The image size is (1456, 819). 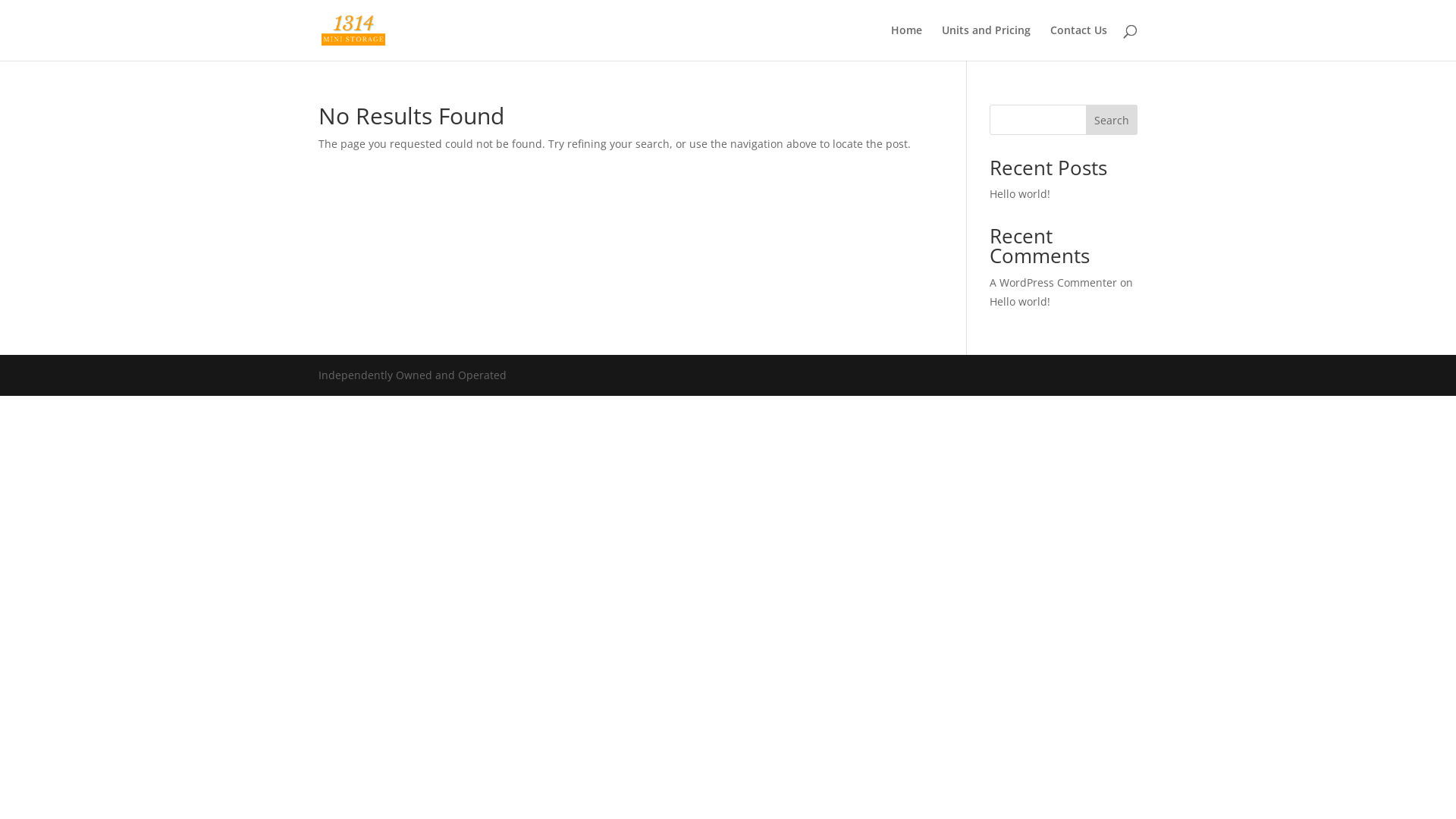 I want to click on 'A WordPress Commenter', so click(x=1052, y=282).